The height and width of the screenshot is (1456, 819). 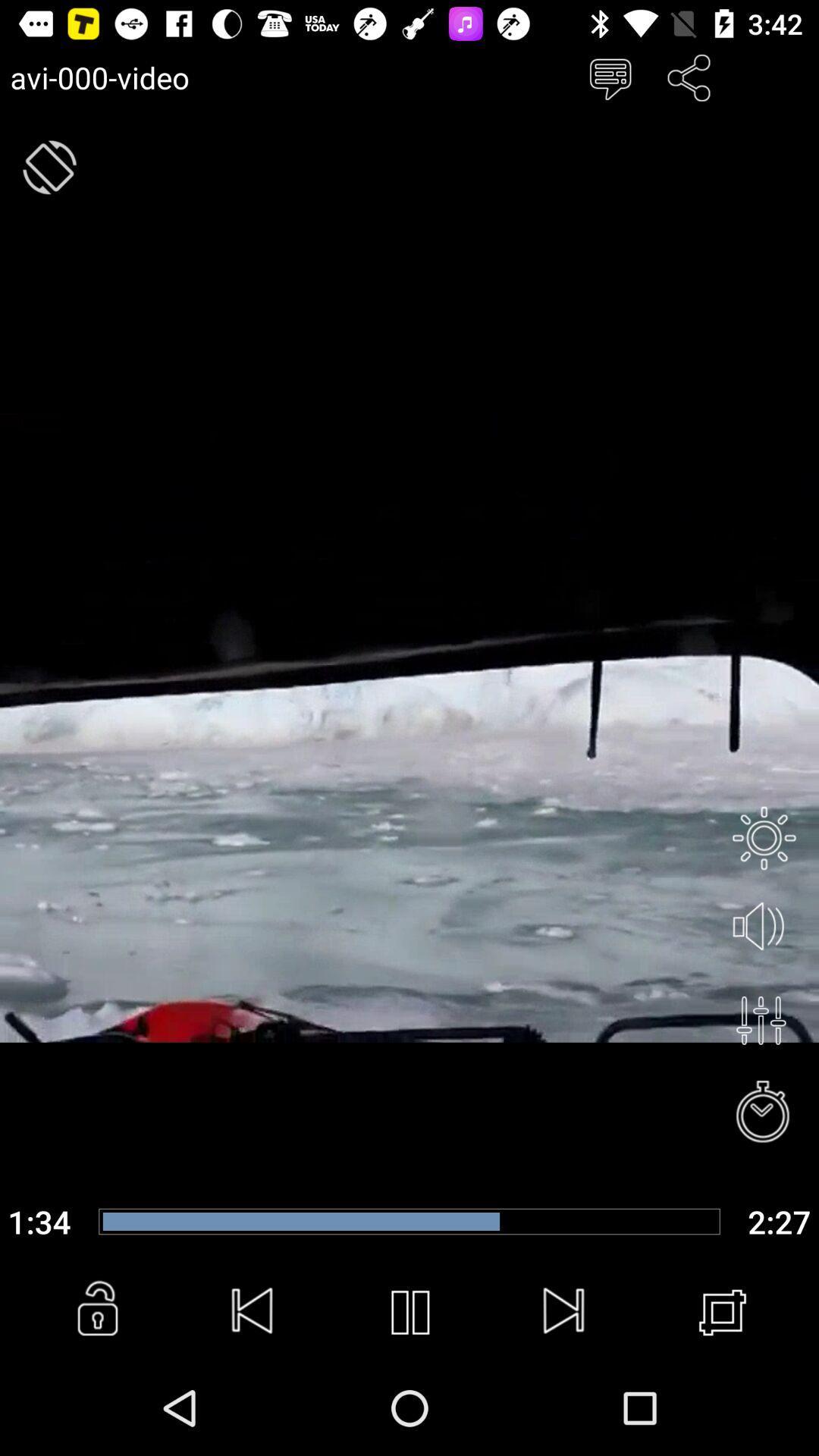 What do you see at coordinates (689, 77) in the screenshot?
I see `share option` at bounding box center [689, 77].